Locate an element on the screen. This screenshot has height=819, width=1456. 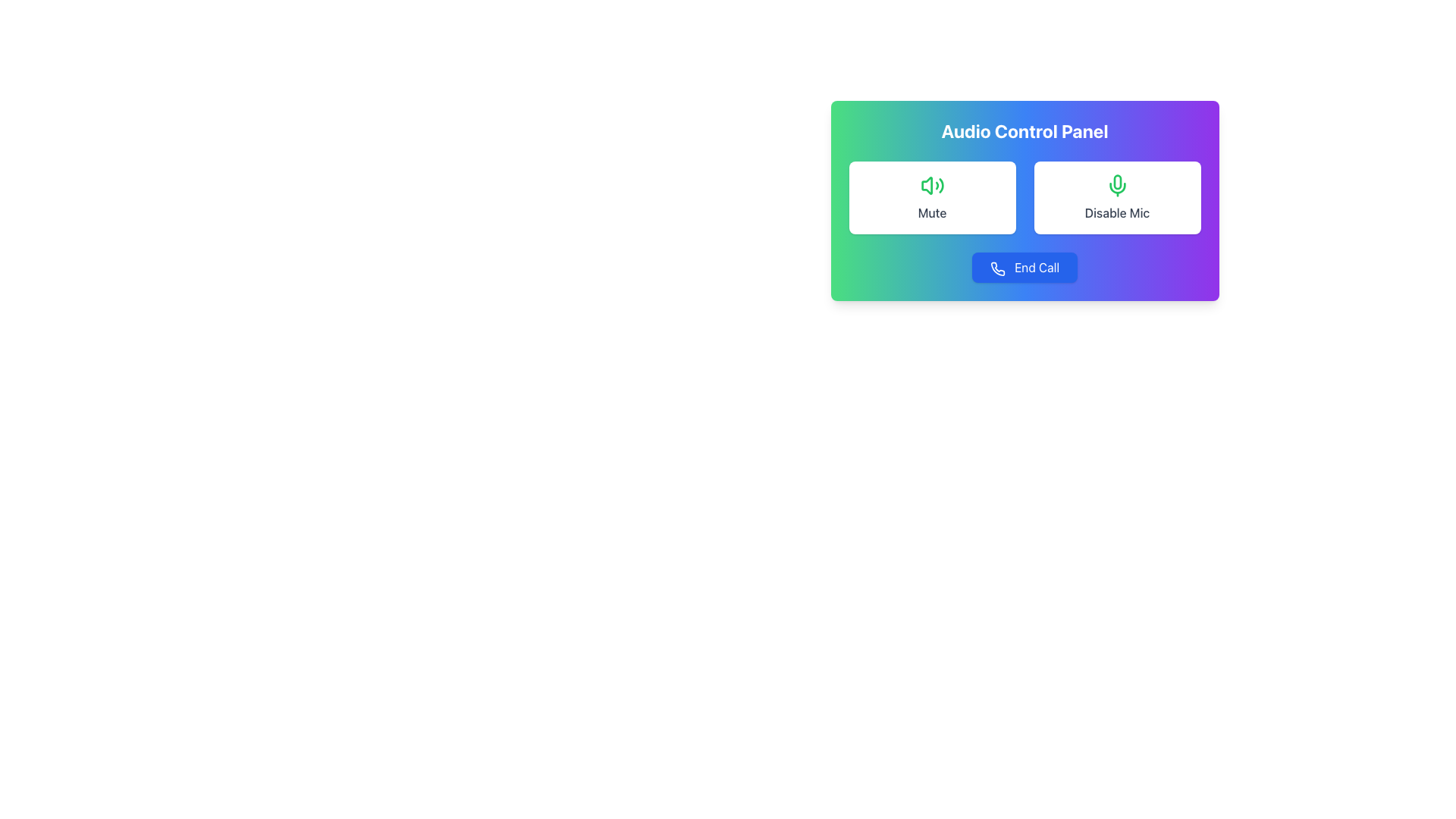
the green audio control SVG icon located in the upper left corner of the 'Mute' button in the 'Audio Control Panel' is located at coordinates (926, 185).